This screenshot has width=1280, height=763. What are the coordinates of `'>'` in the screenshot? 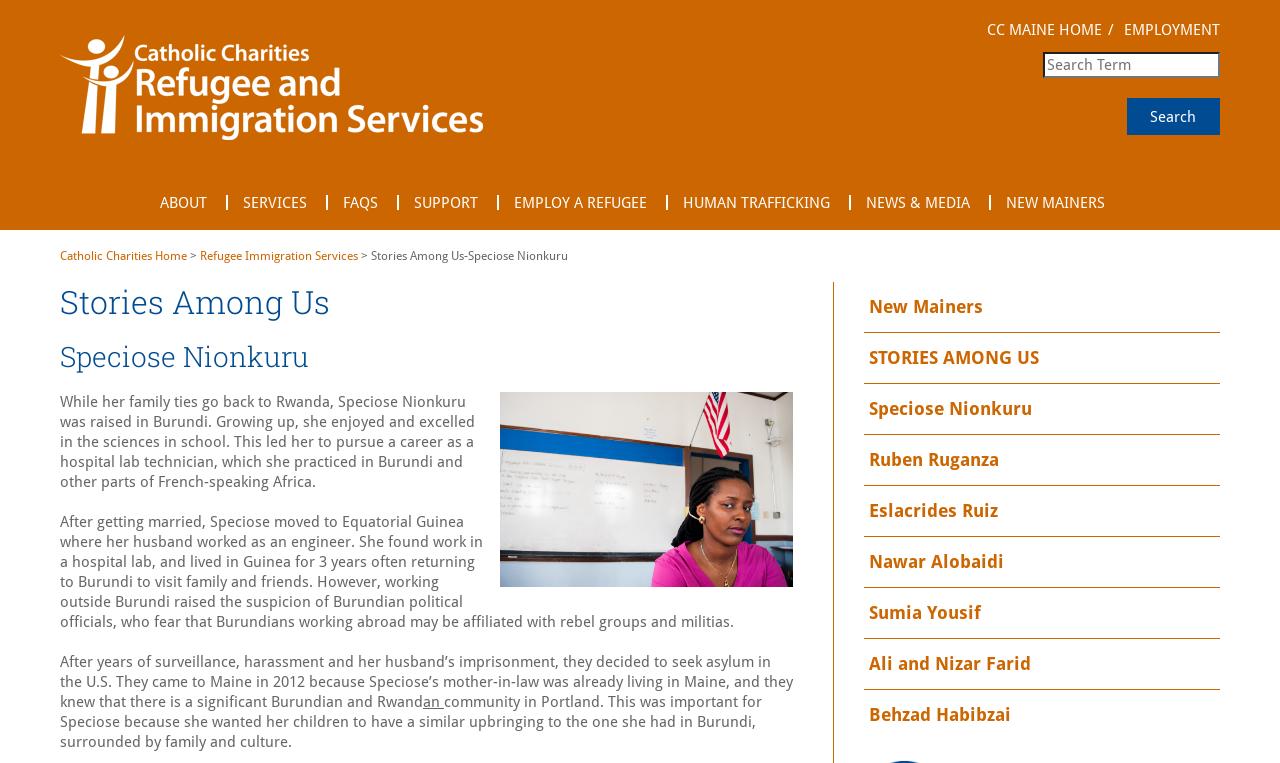 It's located at (193, 254).